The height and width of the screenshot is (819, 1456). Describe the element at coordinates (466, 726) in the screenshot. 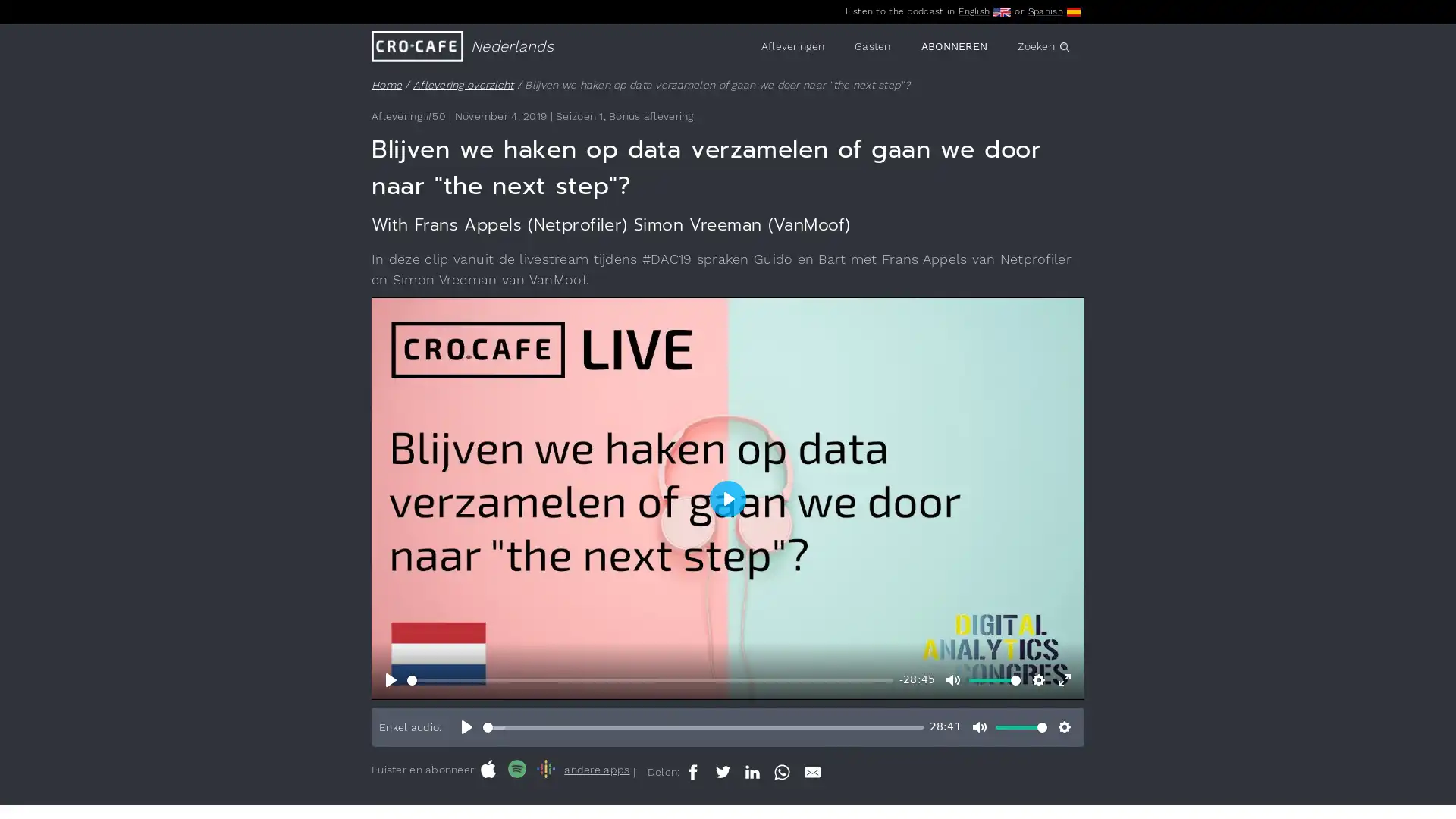

I see `Play` at that location.